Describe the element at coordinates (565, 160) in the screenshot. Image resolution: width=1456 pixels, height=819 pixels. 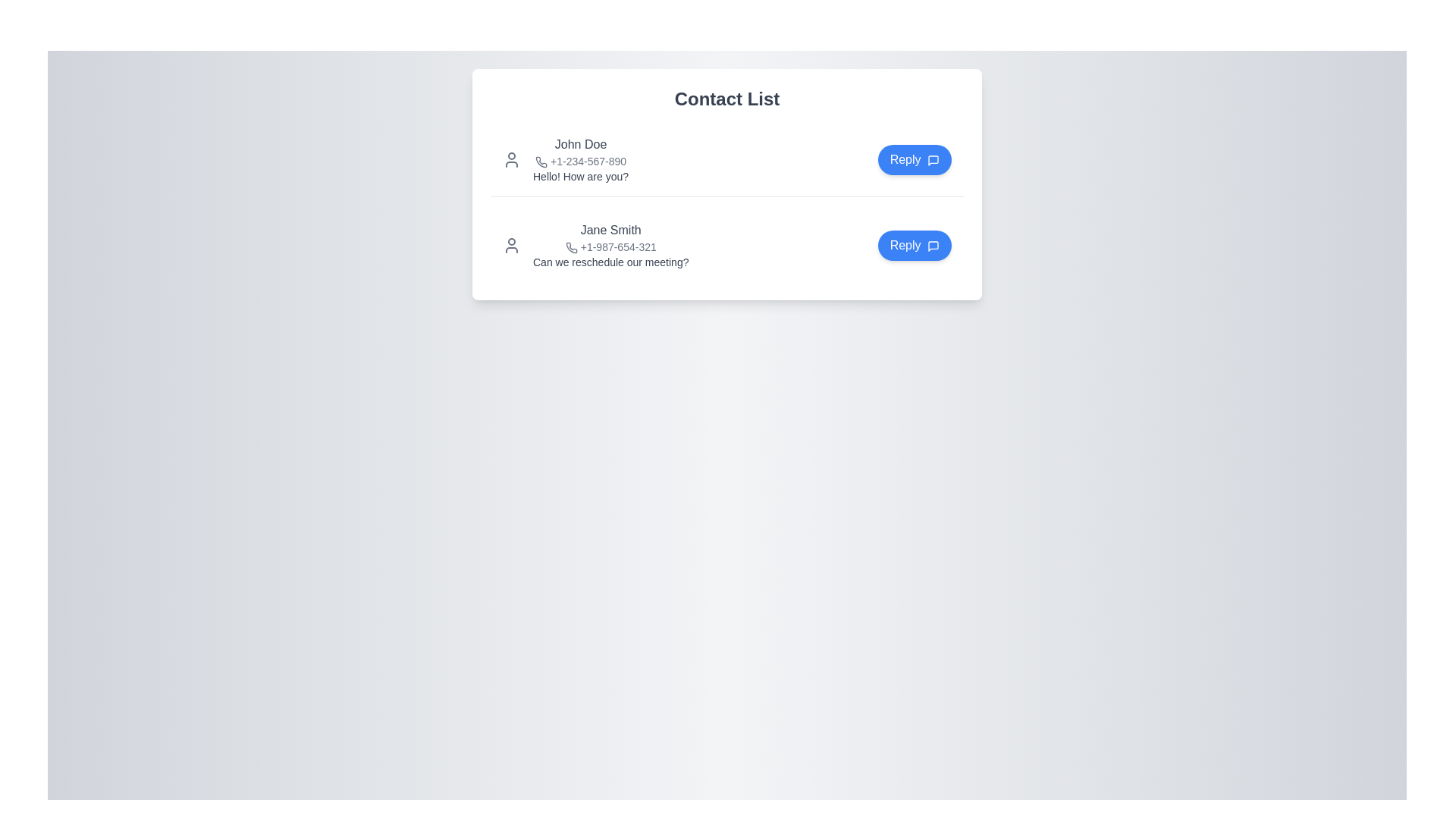
I see `text content of the Text Display that provides contact information and message preview for 'John Doe', located at the top of the contact list` at that location.